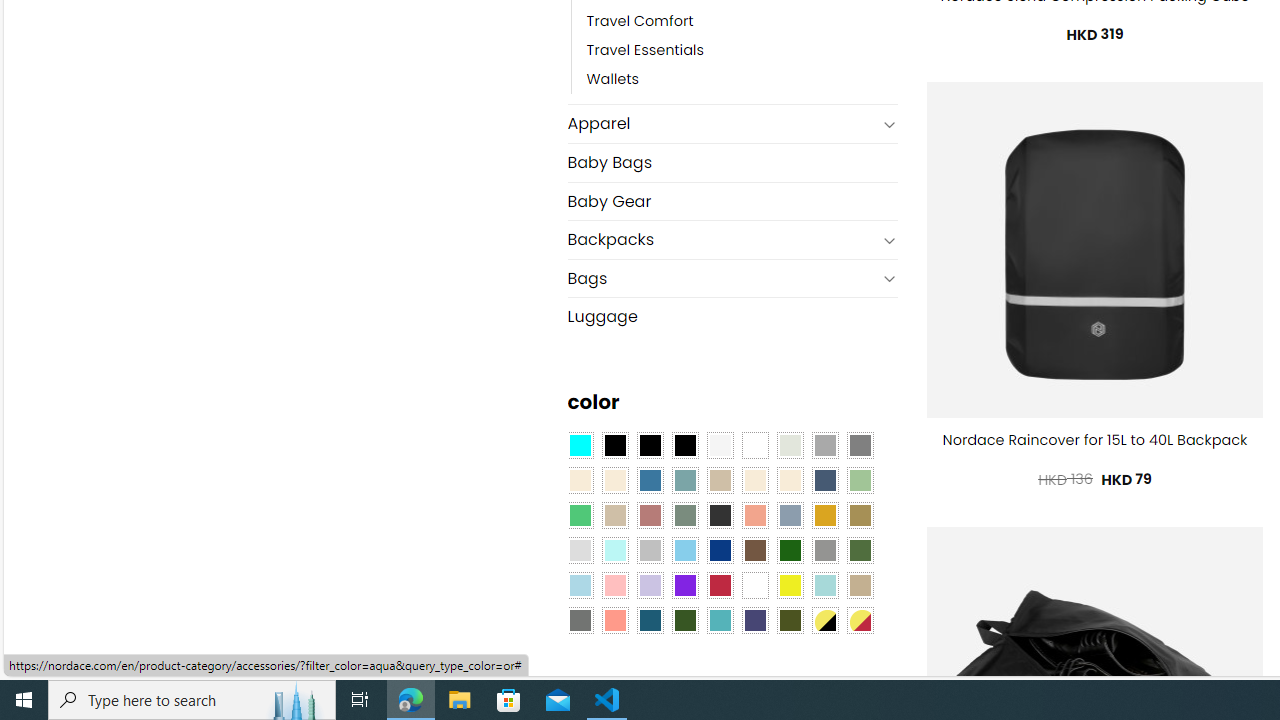 The width and height of the screenshot is (1280, 720). What do you see at coordinates (824, 443) in the screenshot?
I see `'Dark Gray'` at bounding box center [824, 443].